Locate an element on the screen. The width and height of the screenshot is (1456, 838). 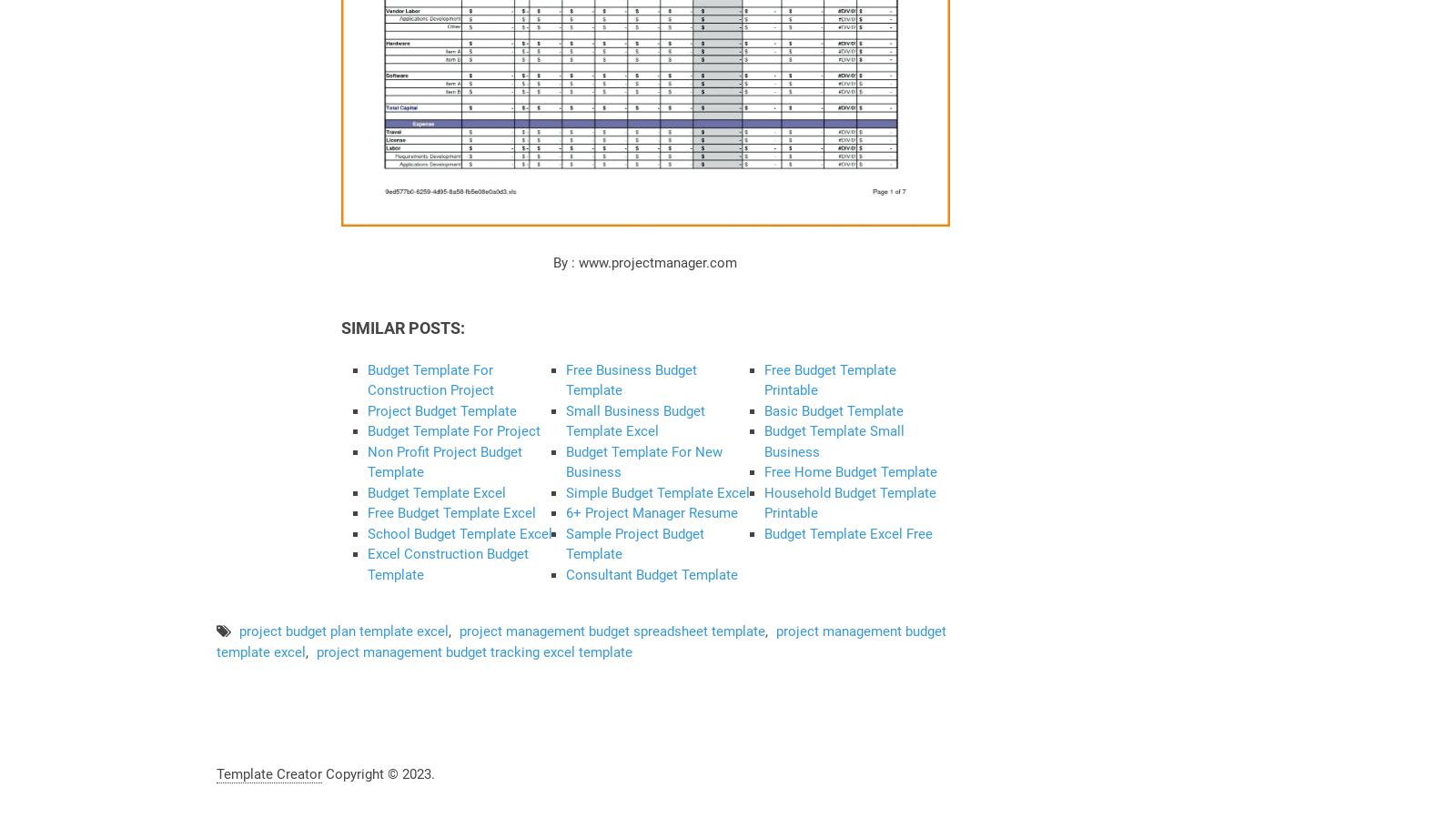
'Budget Template Excel Free' is located at coordinates (763, 532).